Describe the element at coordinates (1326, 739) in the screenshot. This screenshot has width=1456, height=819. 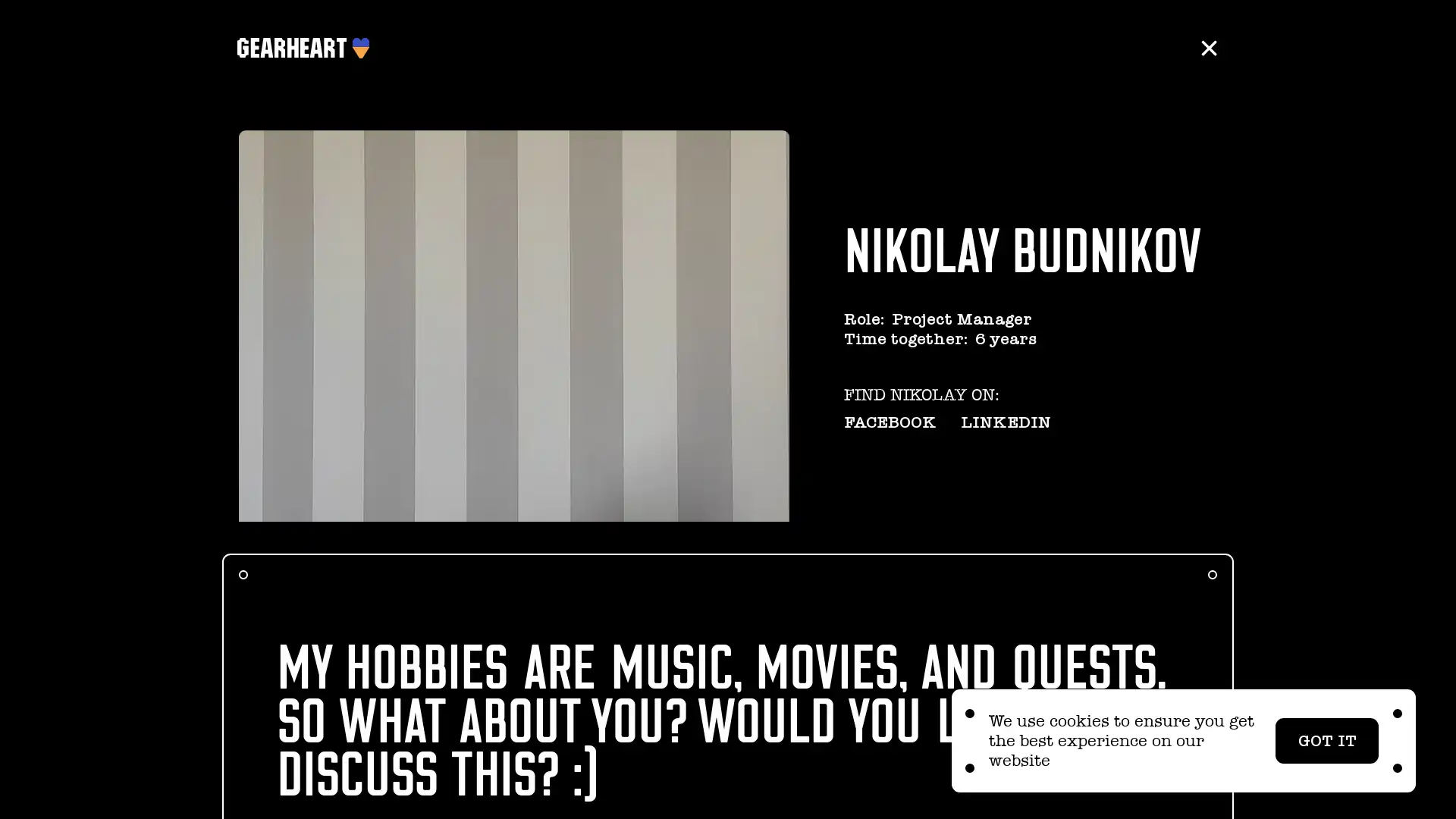
I see `GOT IT` at that location.